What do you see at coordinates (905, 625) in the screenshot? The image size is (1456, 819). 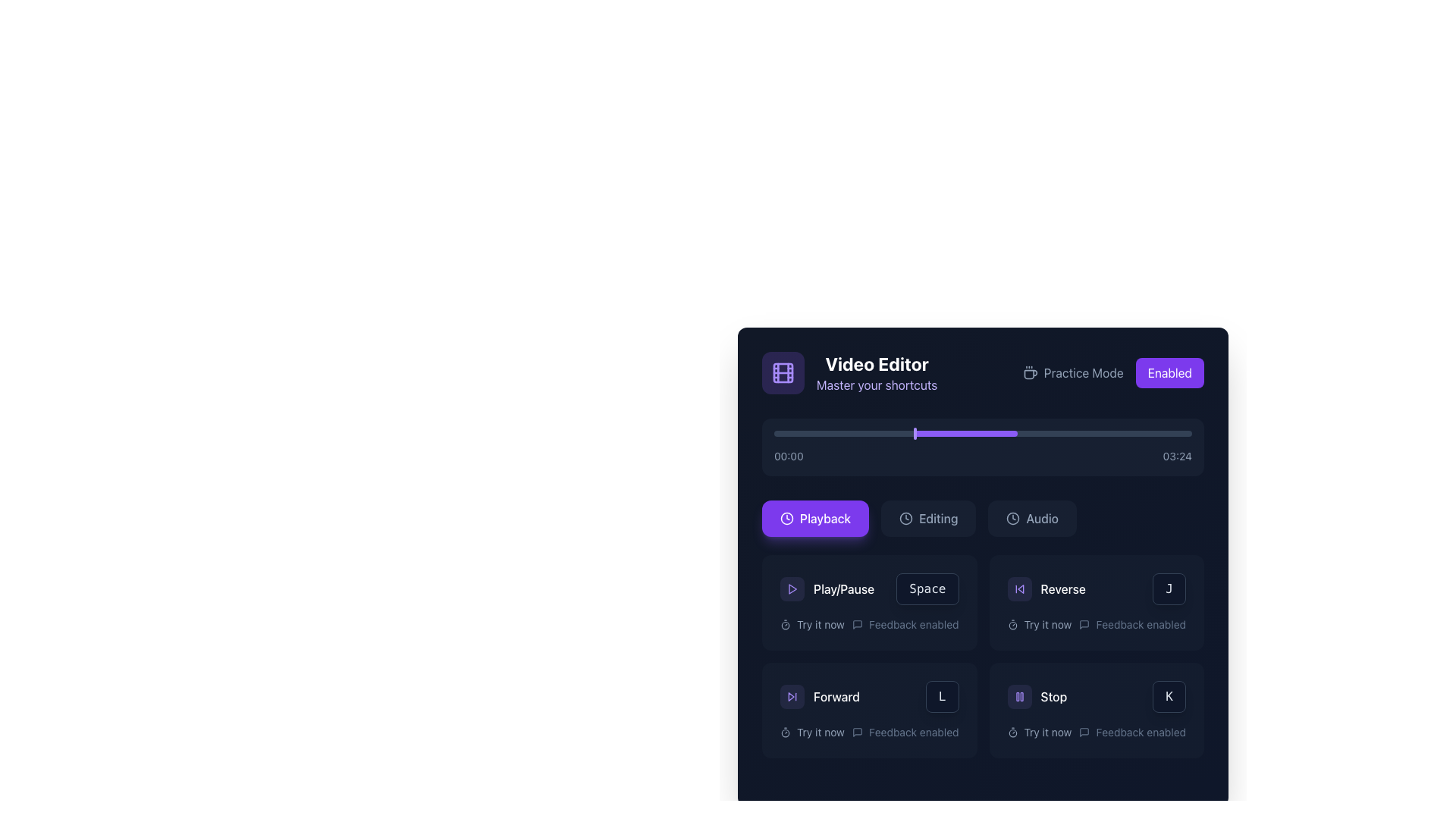 I see `the feedback label indicating that feedback is enabled for the 'Play/Pause' feature in the 'Try it now' section of the video editor interface` at bounding box center [905, 625].